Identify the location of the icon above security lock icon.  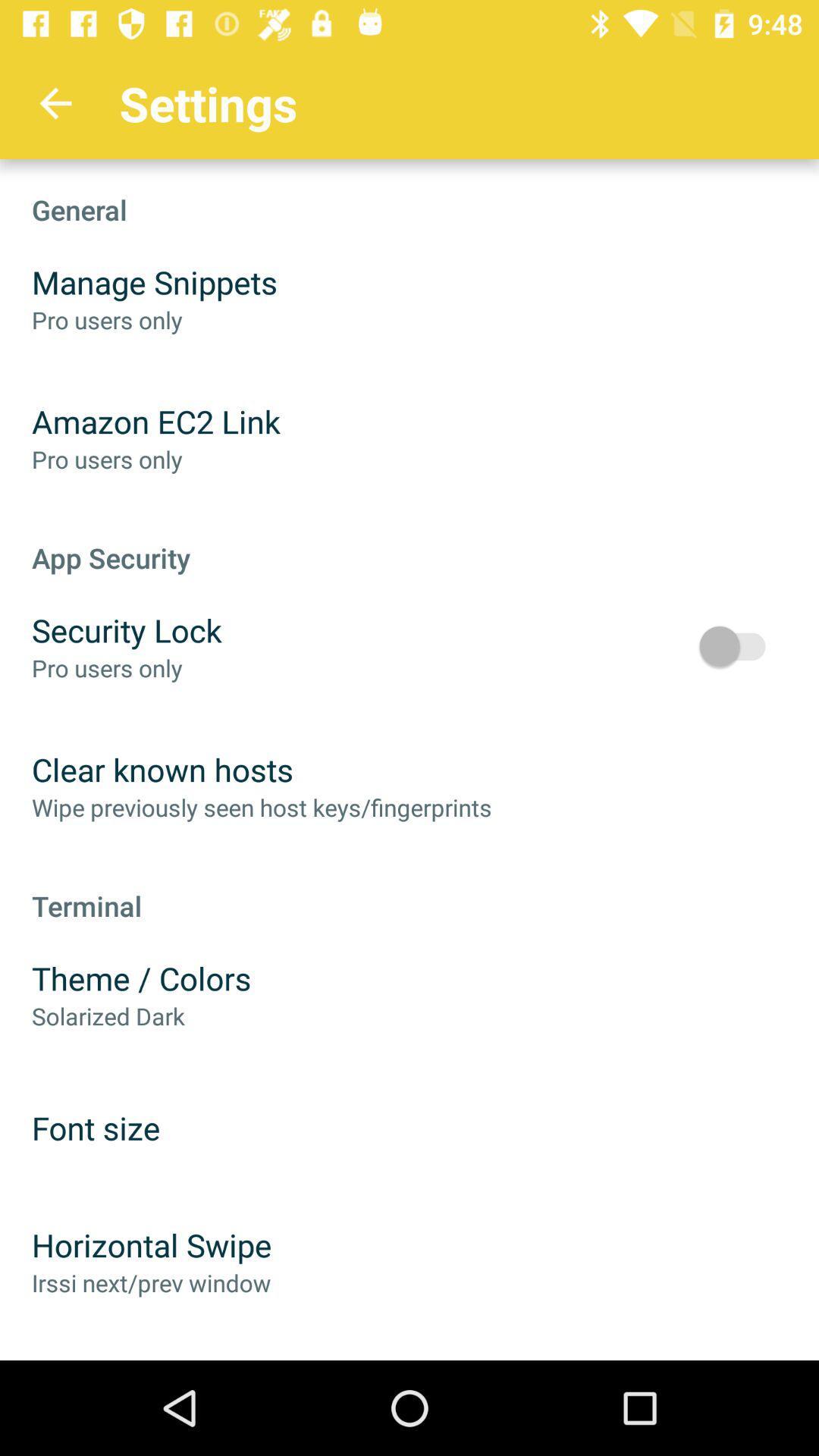
(409, 541).